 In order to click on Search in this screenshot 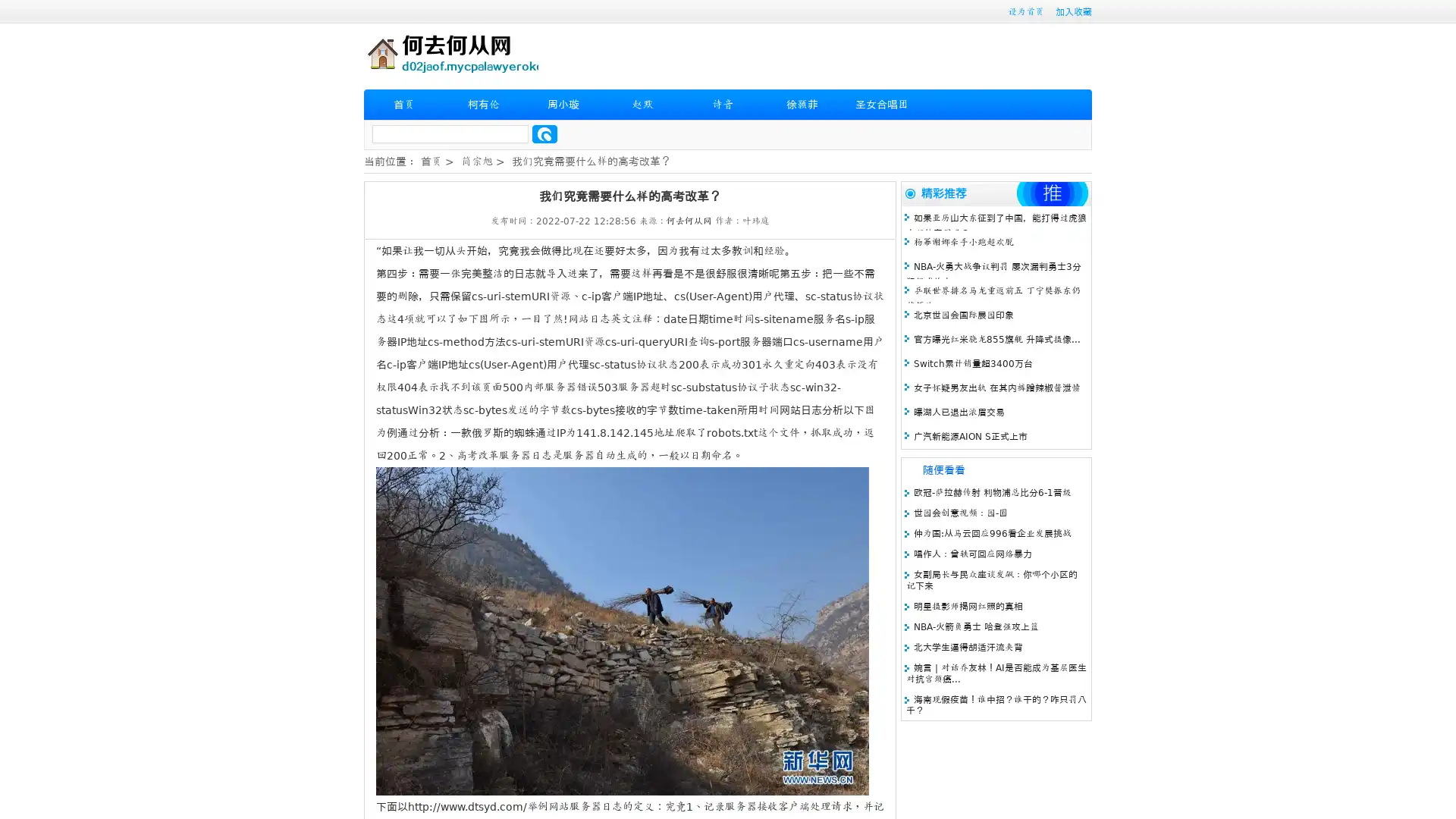, I will do `click(544, 133)`.